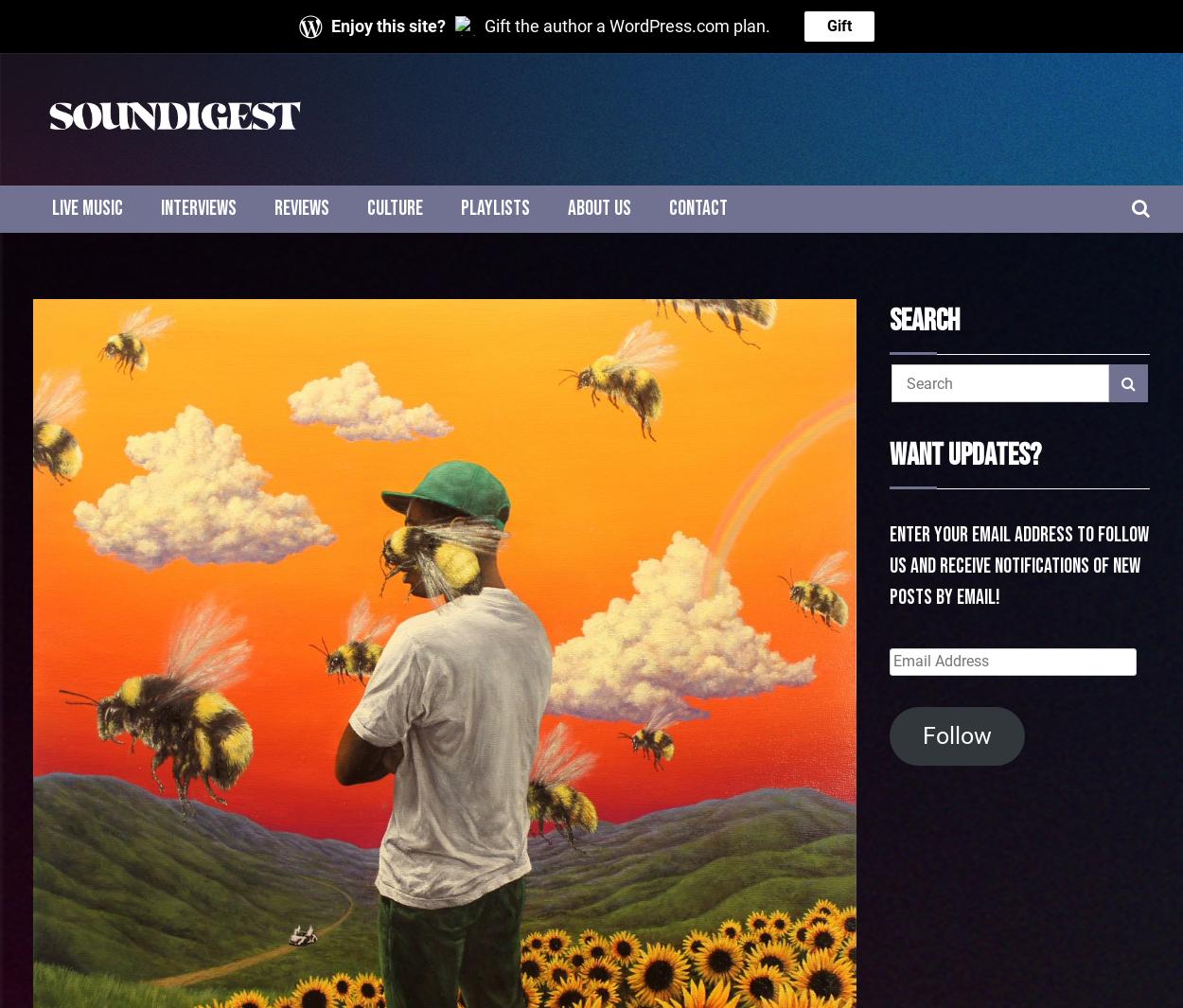 The width and height of the screenshot is (1183, 1008). Describe the element at coordinates (956, 734) in the screenshot. I see `'Follow'` at that location.